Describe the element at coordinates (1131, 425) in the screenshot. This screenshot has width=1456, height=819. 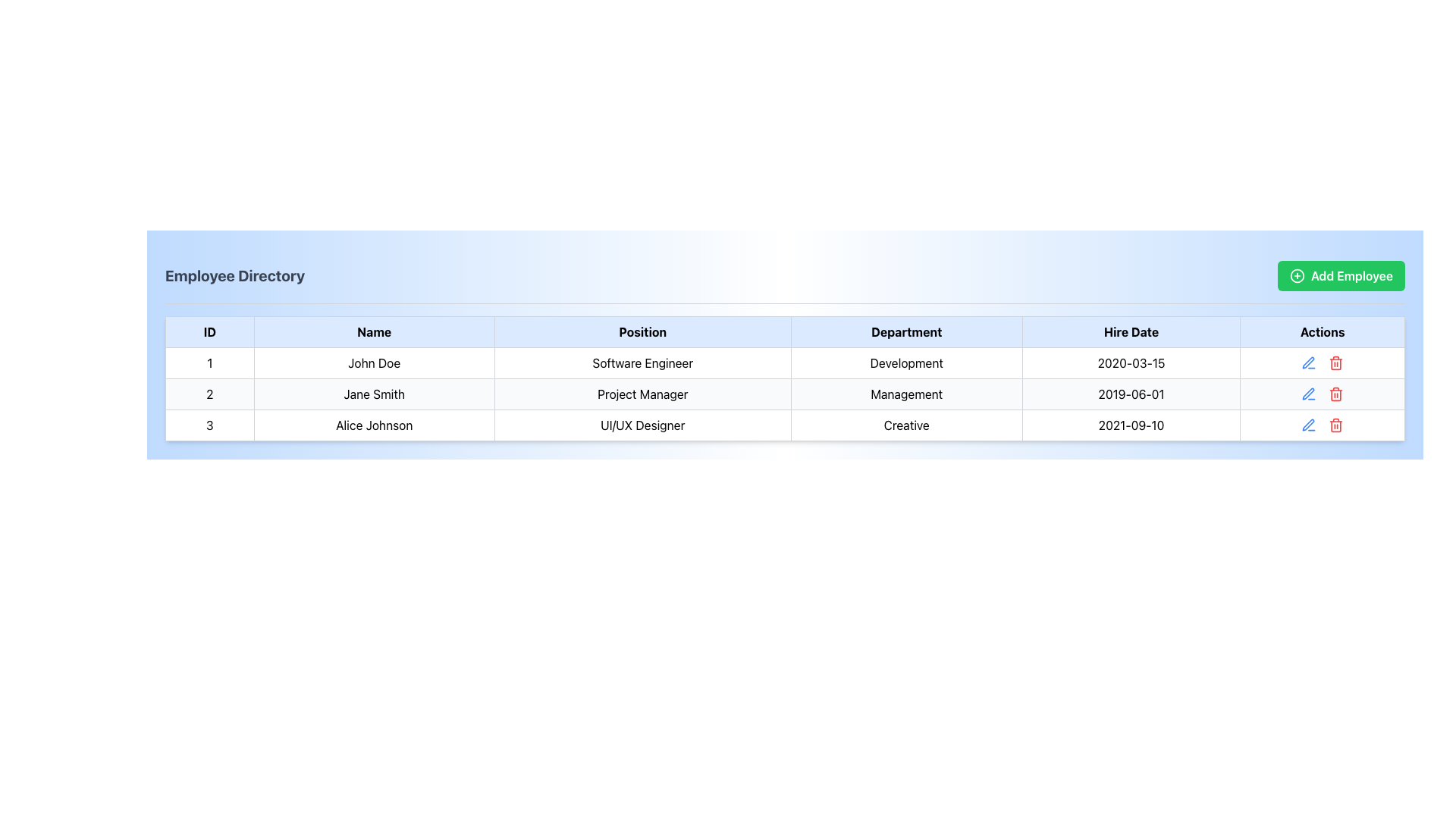
I see `the text display field that shows the hiring date of employee 'Alice Johnson', located in the last column of the third row under the 'Hire Date' header` at that location.